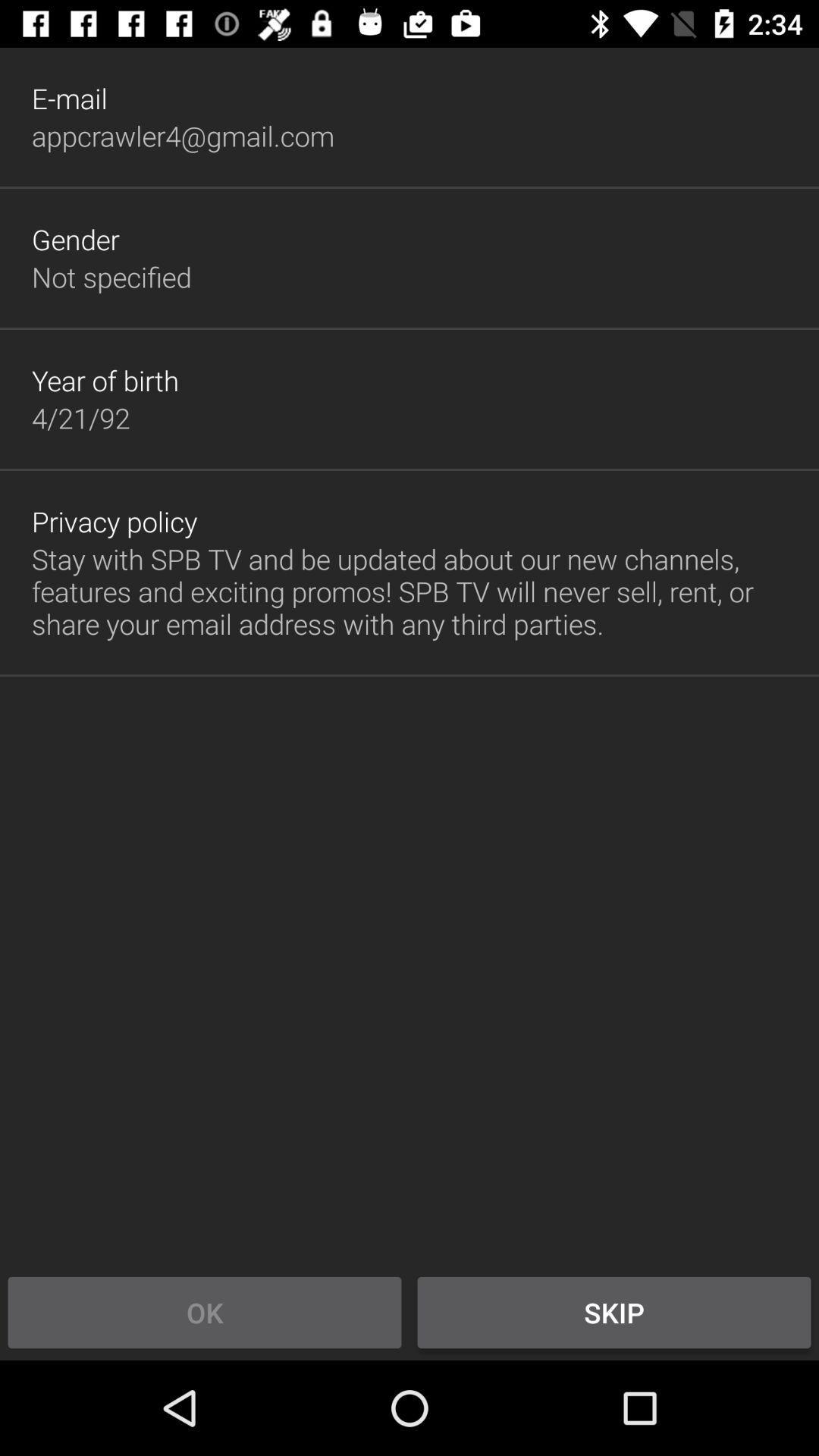 Image resolution: width=819 pixels, height=1456 pixels. Describe the element at coordinates (614, 1312) in the screenshot. I see `app below stay with spb item` at that location.